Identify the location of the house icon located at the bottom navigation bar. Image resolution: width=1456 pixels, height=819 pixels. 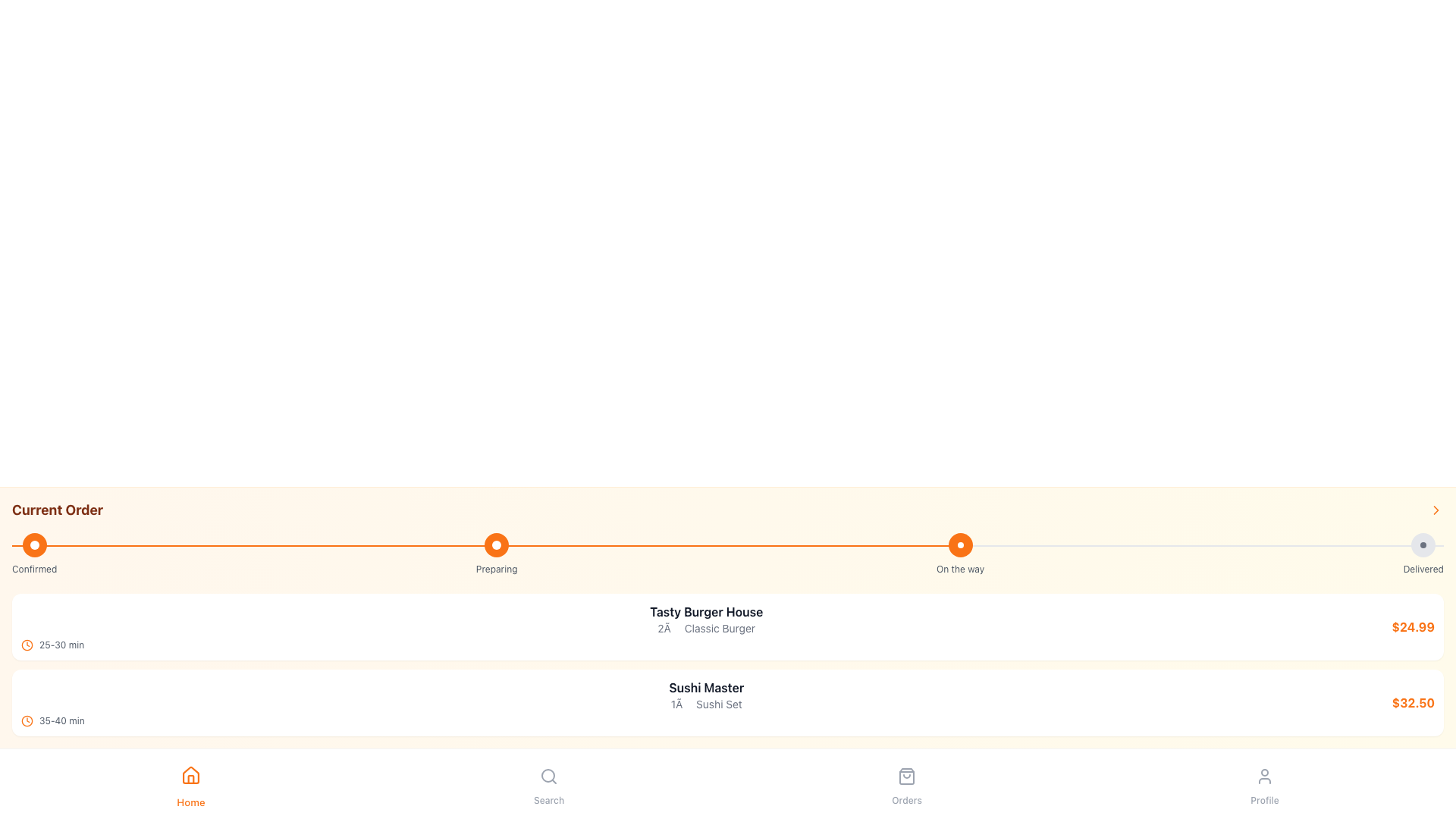
(190, 775).